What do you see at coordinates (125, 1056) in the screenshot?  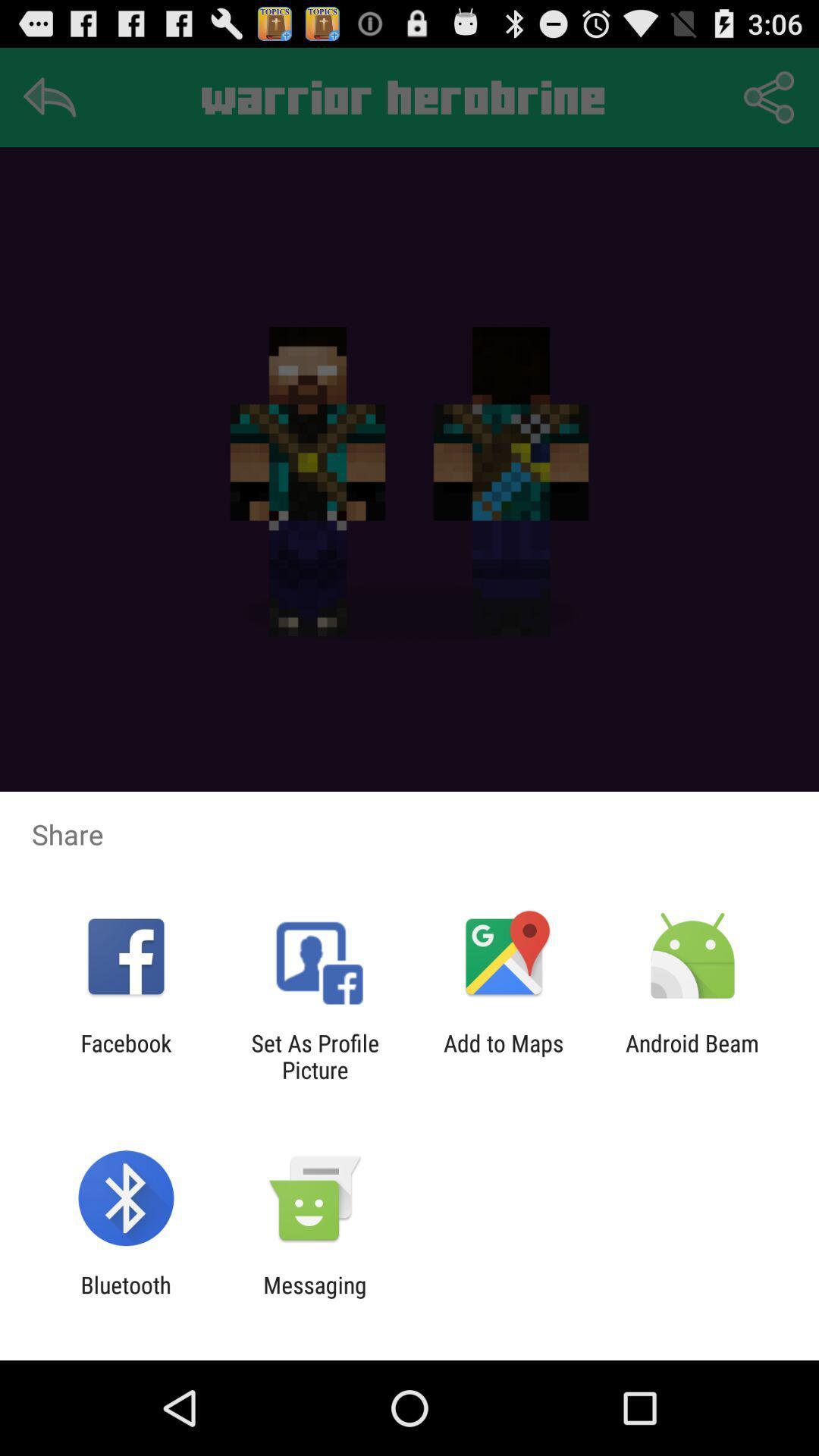 I see `app to the left of set as profile` at bounding box center [125, 1056].